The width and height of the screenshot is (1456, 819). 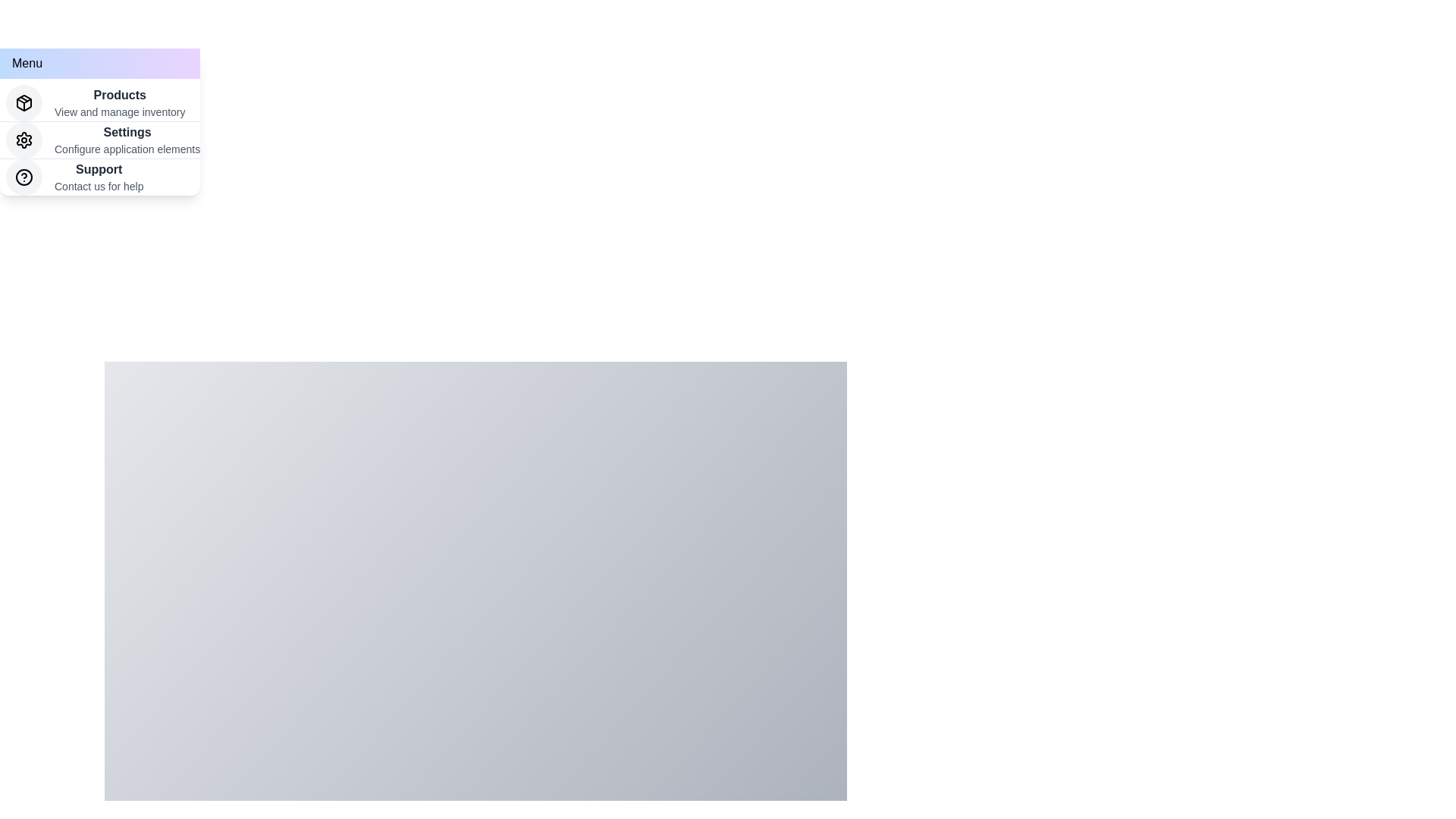 What do you see at coordinates (99, 102) in the screenshot?
I see `the menu item labeled 'Products' to highlight it` at bounding box center [99, 102].